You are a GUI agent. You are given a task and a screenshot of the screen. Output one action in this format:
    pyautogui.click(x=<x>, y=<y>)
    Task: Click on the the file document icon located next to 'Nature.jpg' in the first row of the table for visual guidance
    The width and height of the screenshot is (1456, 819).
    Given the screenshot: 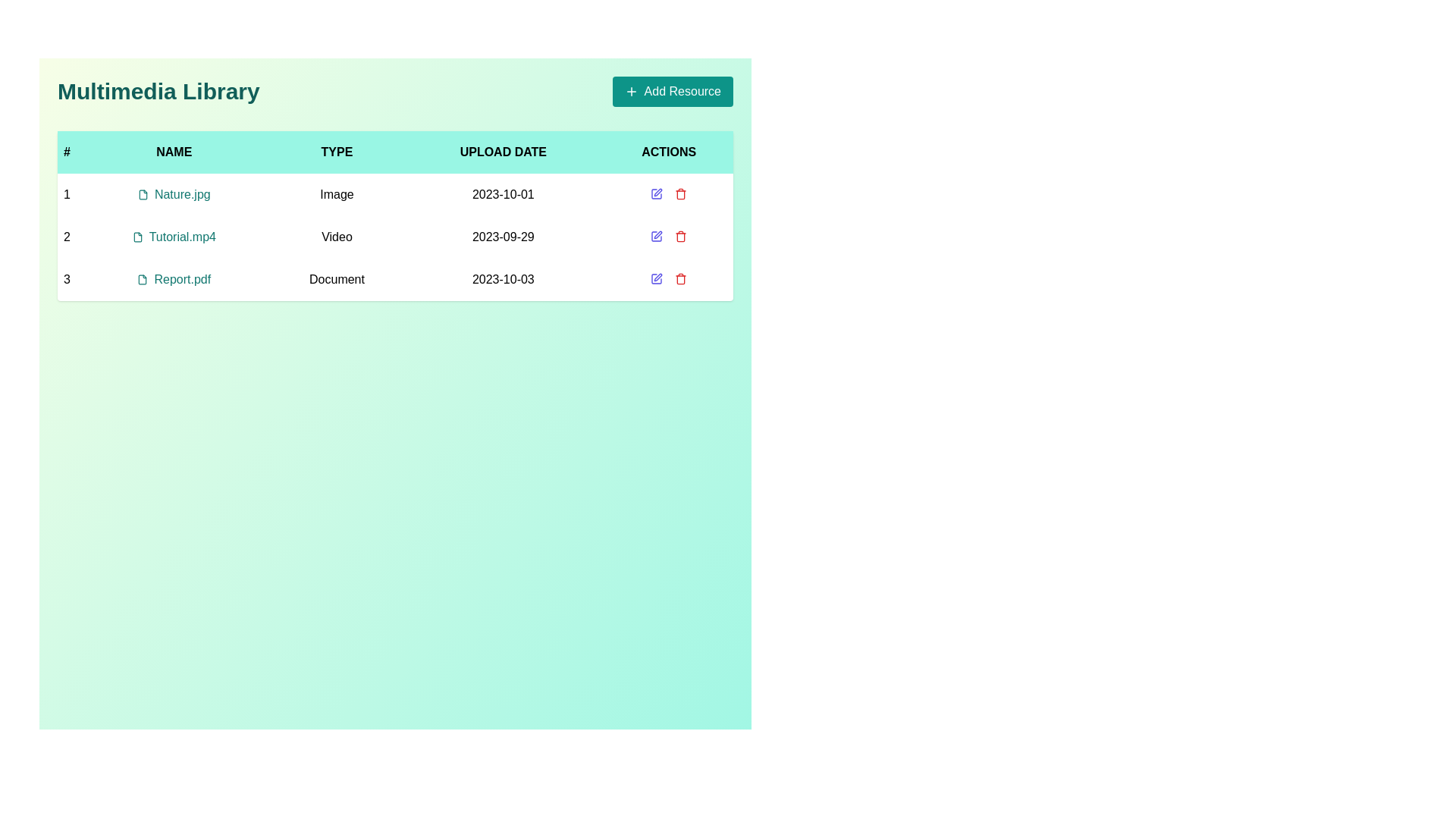 What is the action you would take?
    pyautogui.click(x=143, y=194)
    